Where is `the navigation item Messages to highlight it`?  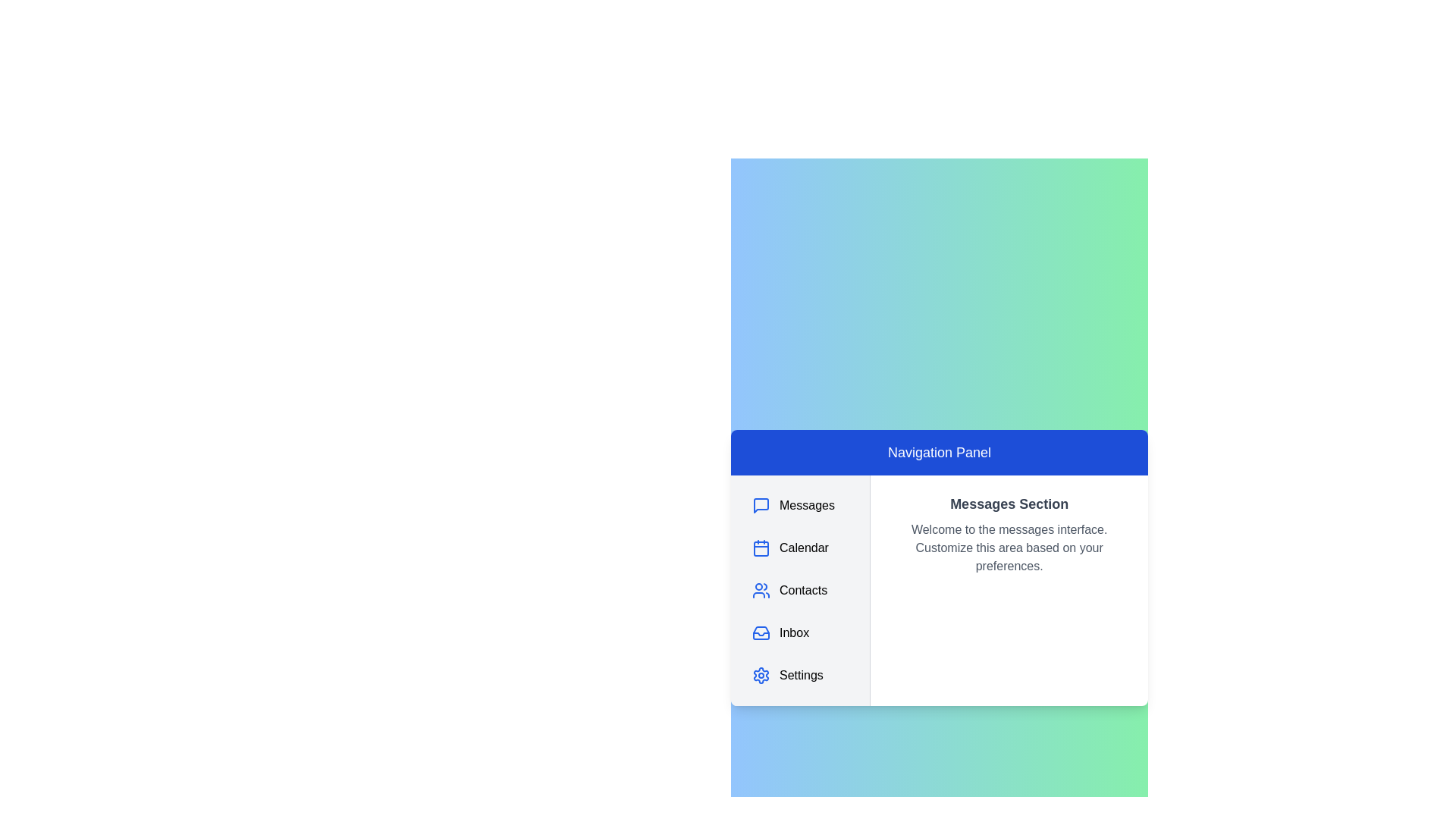 the navigation item Messages to highlight it is located at coordinates (799, 506).